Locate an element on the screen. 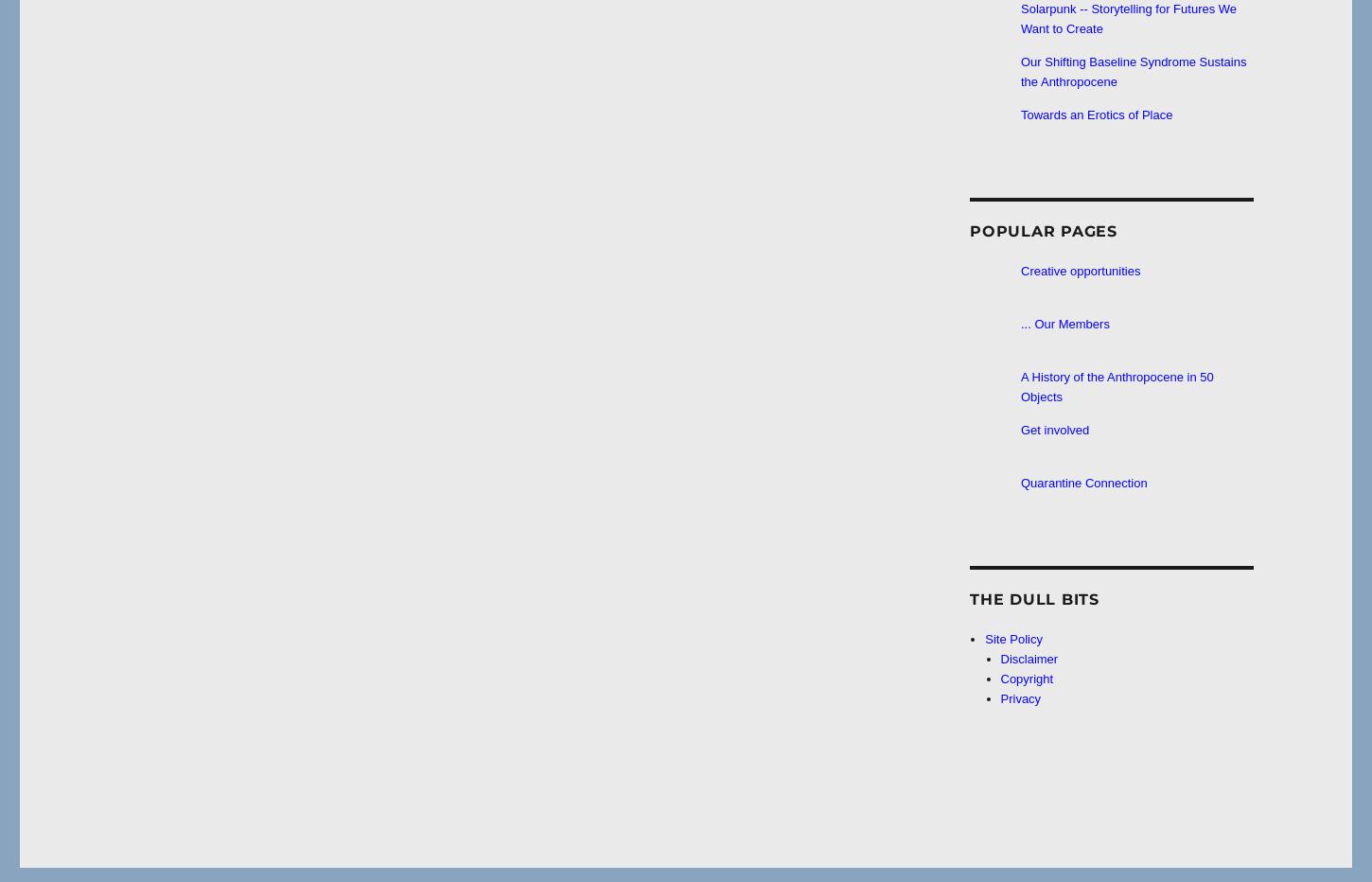 This screenshot has width=1372, height=882. 'Copyright' is located at coordinates (1027, 678).